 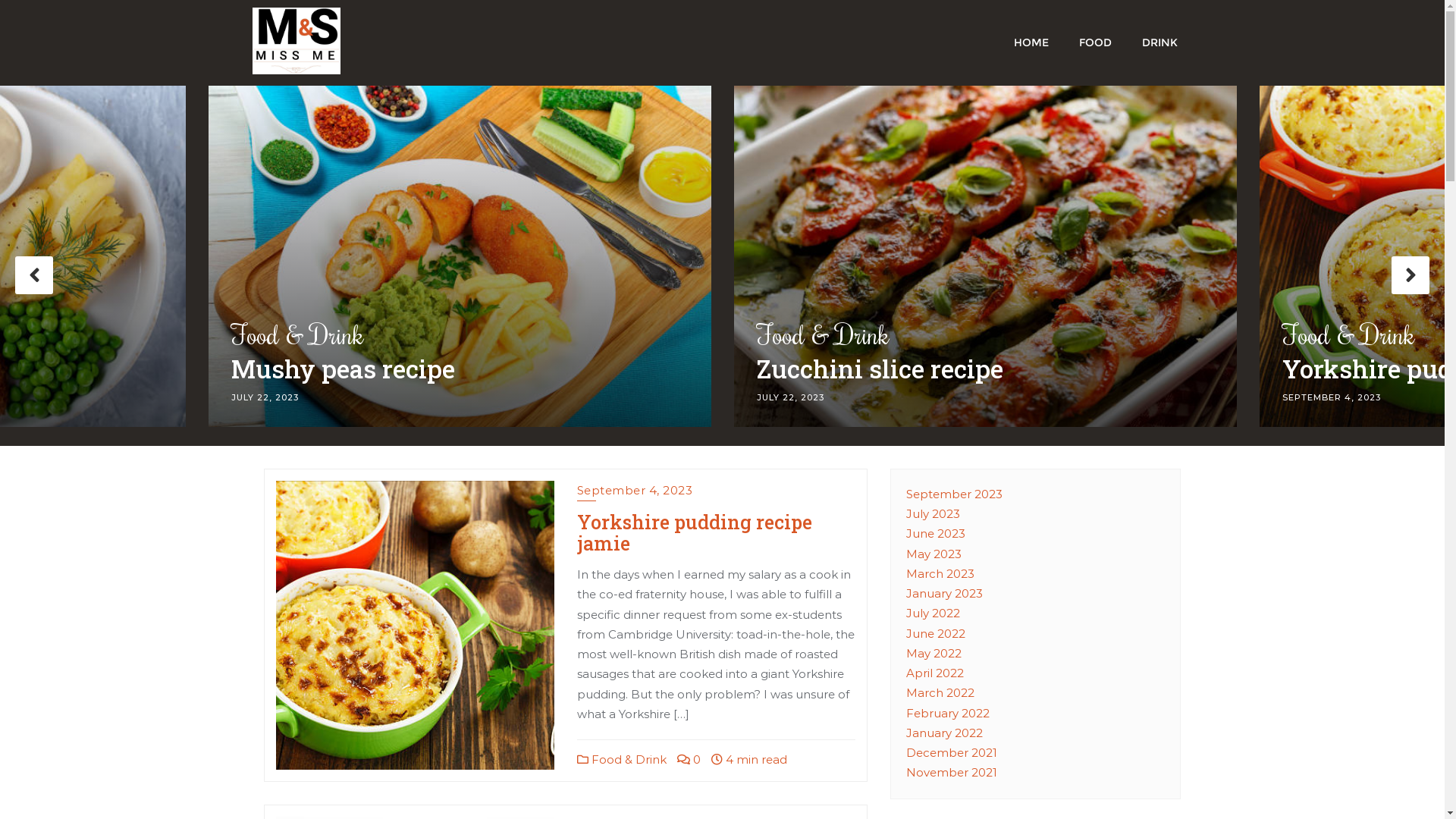 What do you see at coordinates (906, 513) in the screenshot?
I see `'July 2023'` at bounding box center [906, 513].